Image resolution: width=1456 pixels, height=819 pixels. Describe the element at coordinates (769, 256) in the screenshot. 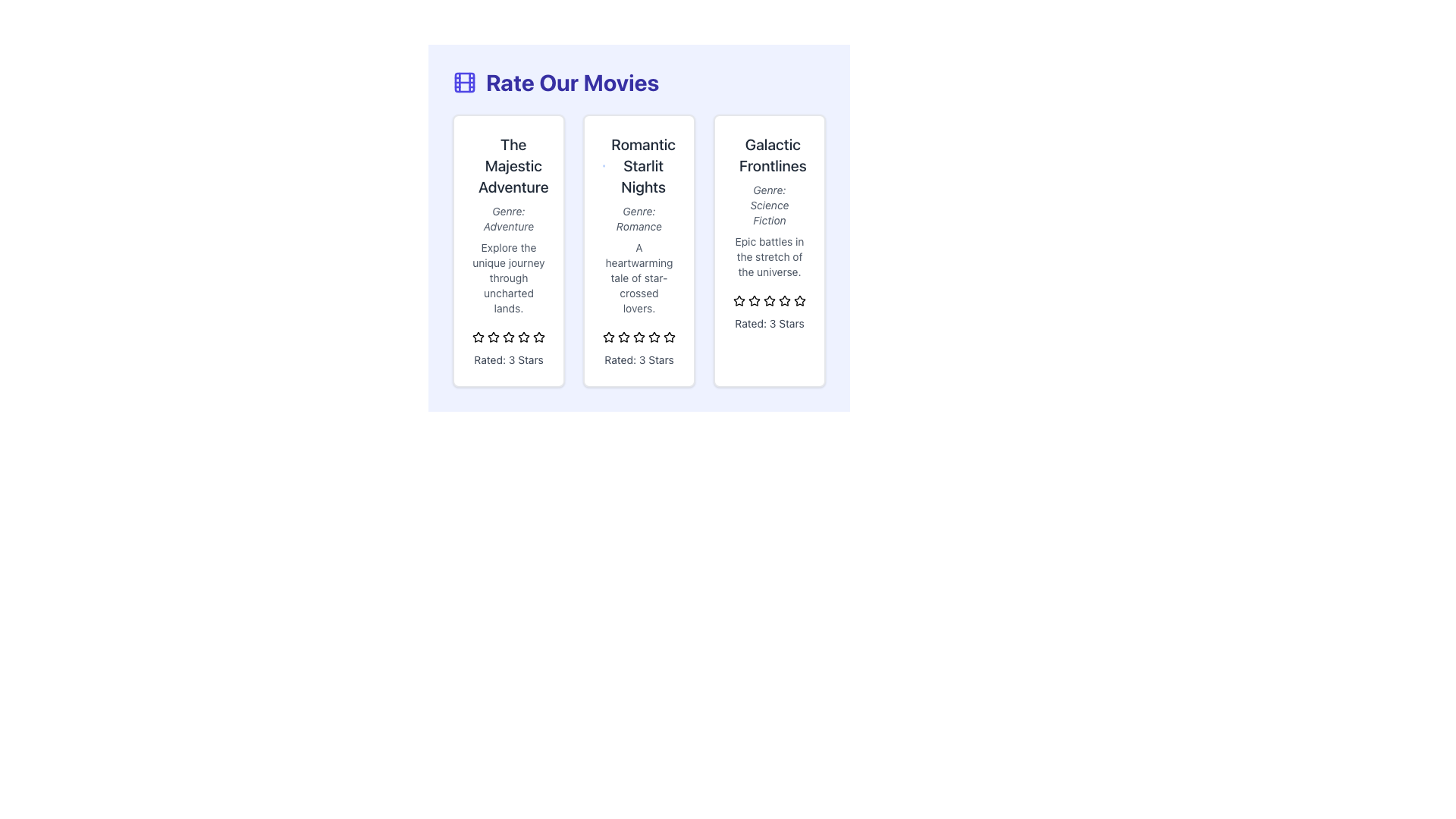

I see `text block that provides a short descriptive tagline or context for the movie 'Galactic Frontlines', located as the third line of text within the card, positioned below 'Genre: Science Fiction' and above the star rating` at that location.